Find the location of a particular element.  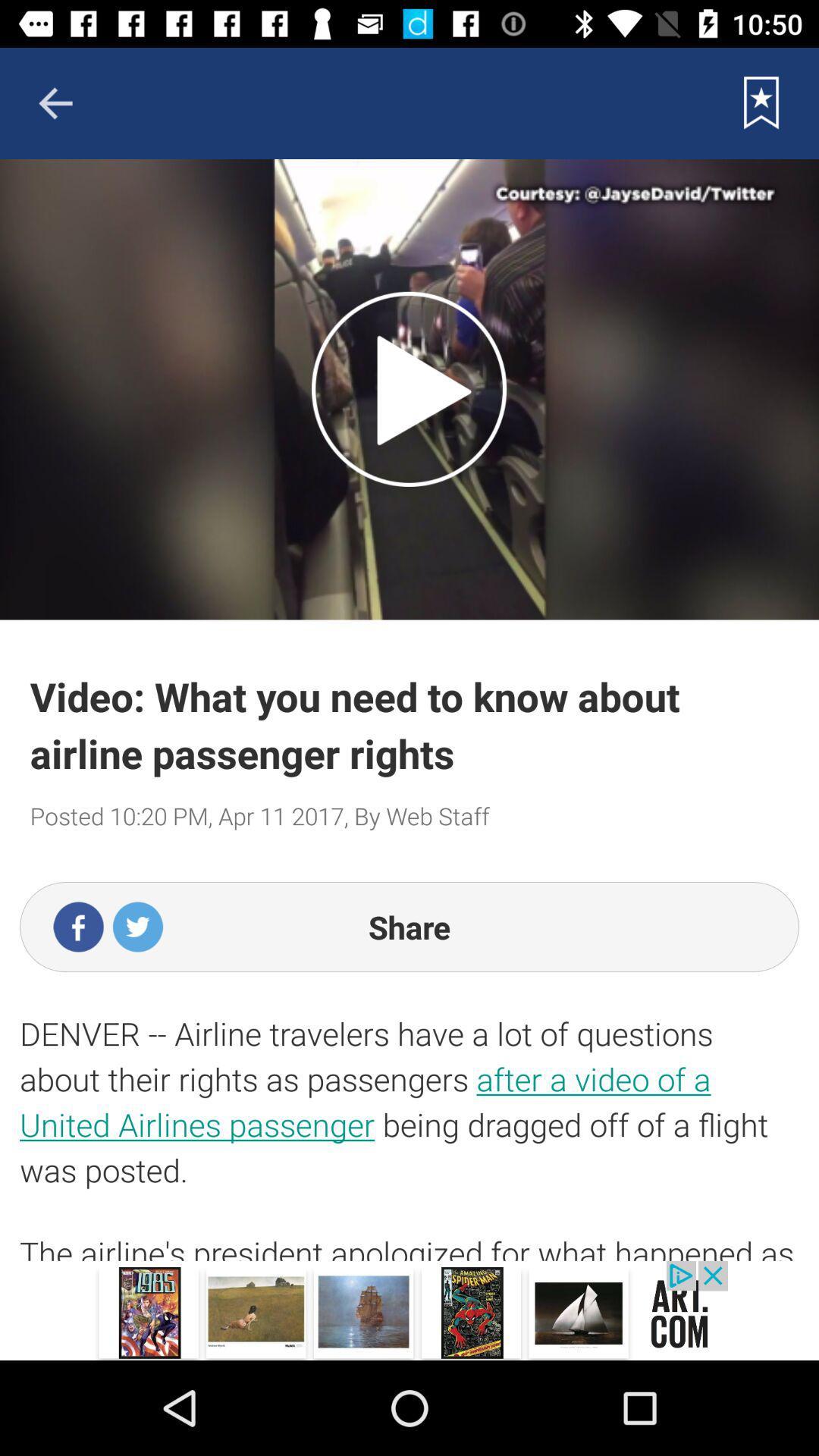

the bookmark icon is located at coordinates (761, 102).